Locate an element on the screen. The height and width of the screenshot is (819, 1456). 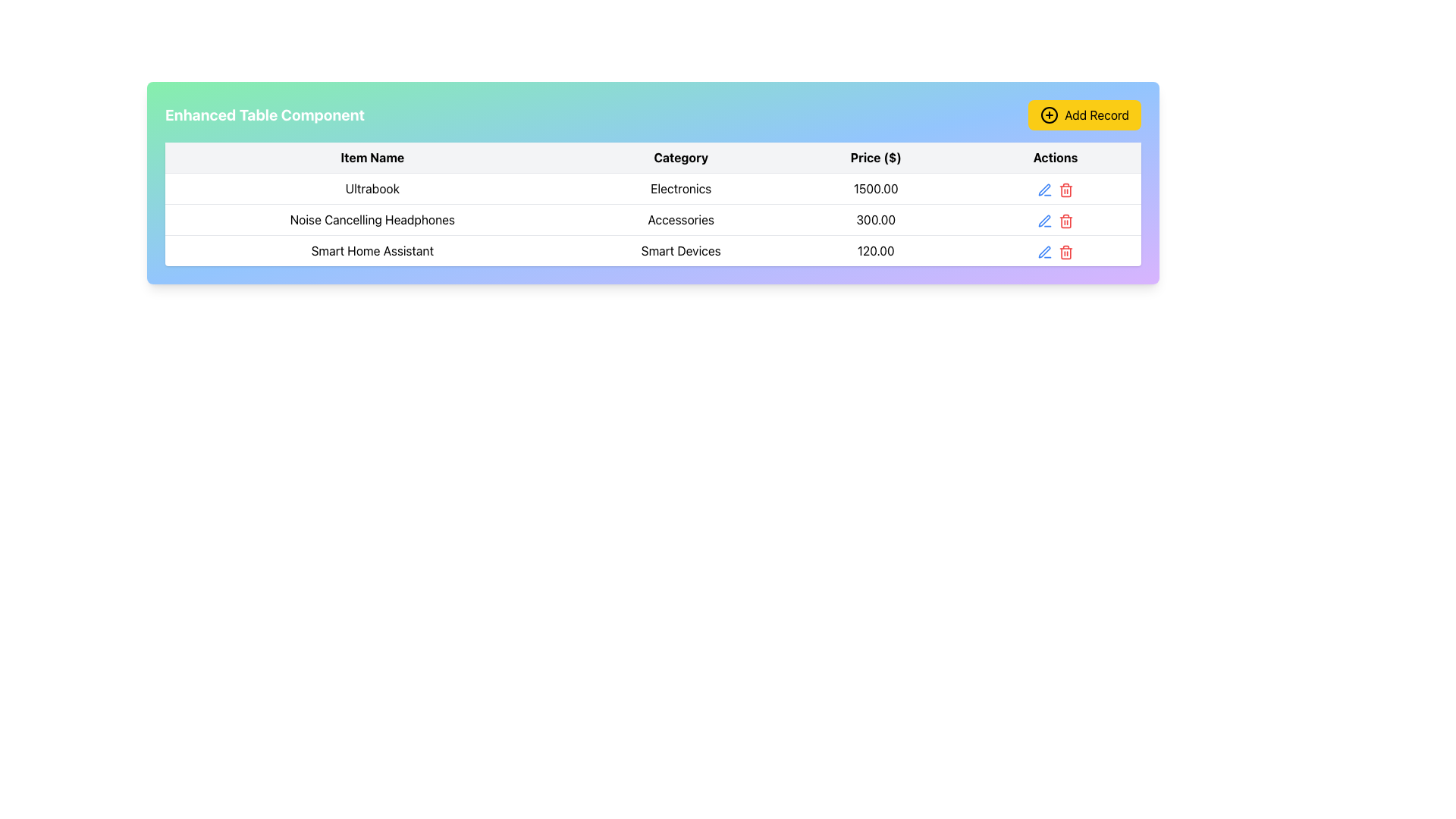
the text of the 'Ultrabook' category label located in the second column of the first data row of the table is located at coordinates (653, 188).